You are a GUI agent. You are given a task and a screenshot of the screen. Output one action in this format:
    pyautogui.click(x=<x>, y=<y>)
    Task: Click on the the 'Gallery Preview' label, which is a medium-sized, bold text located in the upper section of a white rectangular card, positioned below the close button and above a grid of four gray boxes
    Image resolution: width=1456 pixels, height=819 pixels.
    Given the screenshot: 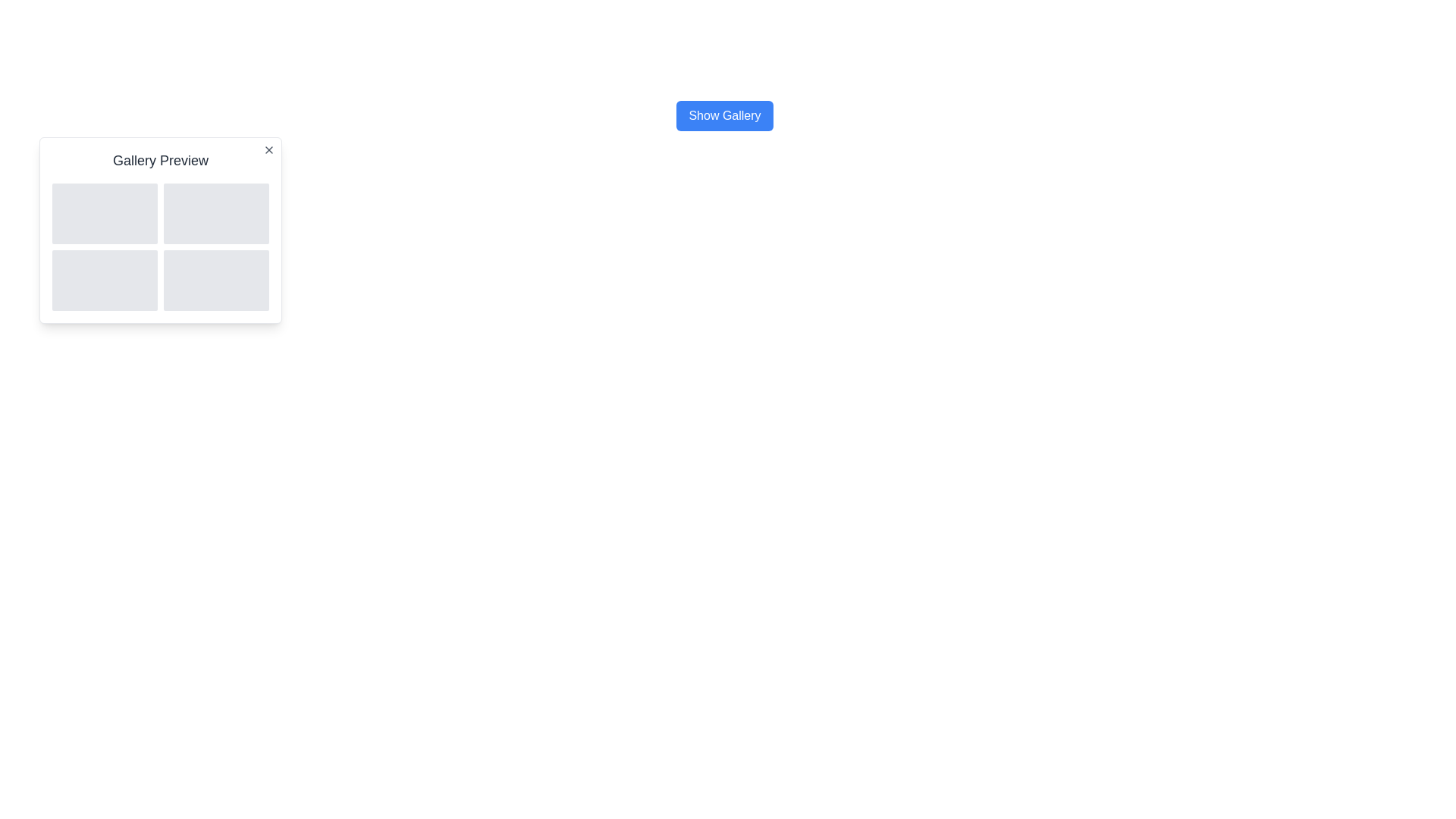 What is the action you would take?
    pyautogui.click(x=160, y=161)
    